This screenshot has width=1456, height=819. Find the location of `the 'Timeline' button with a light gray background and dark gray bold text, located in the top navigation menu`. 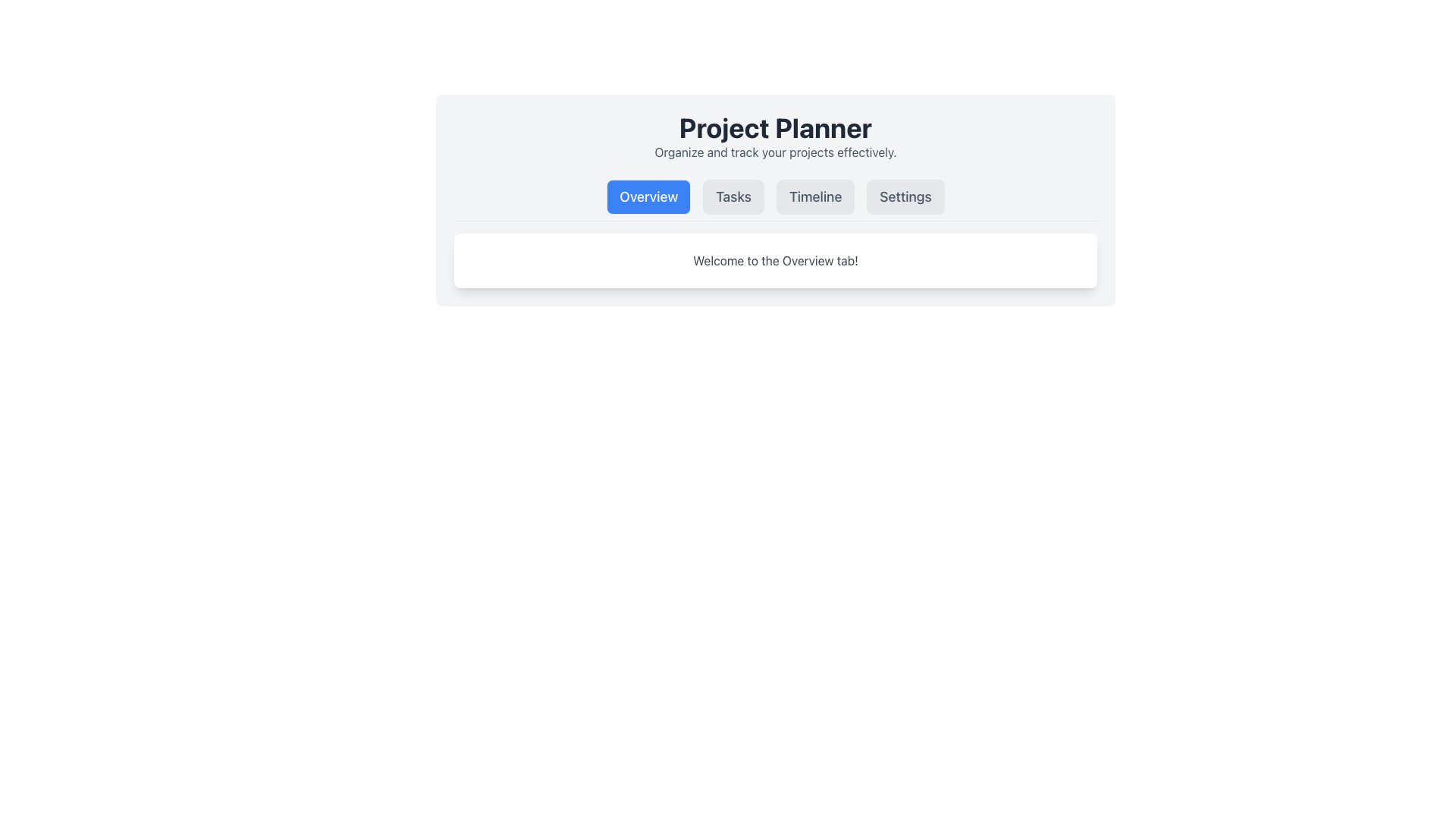

the 'Timeline' button with a light gray background and dark gray bold text, located in the top navigation menu is located at coordinates (814, 196).